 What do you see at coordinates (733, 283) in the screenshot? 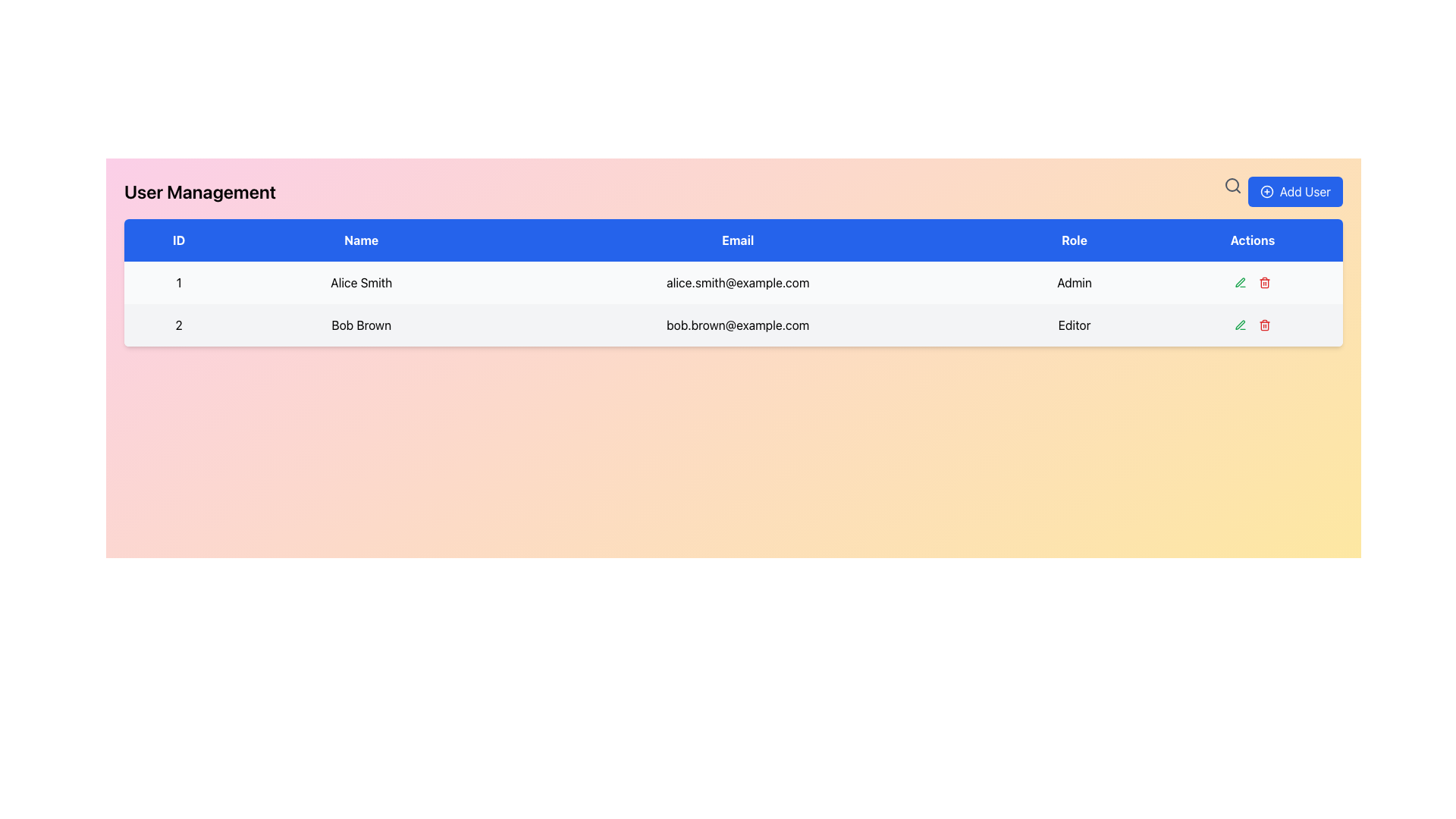
I see `the first data row in the user information table, which includes the details '1', 'Alice Smith', 'alice.smith@example.com', and 'Admin'` at bounding box center [733, 283].